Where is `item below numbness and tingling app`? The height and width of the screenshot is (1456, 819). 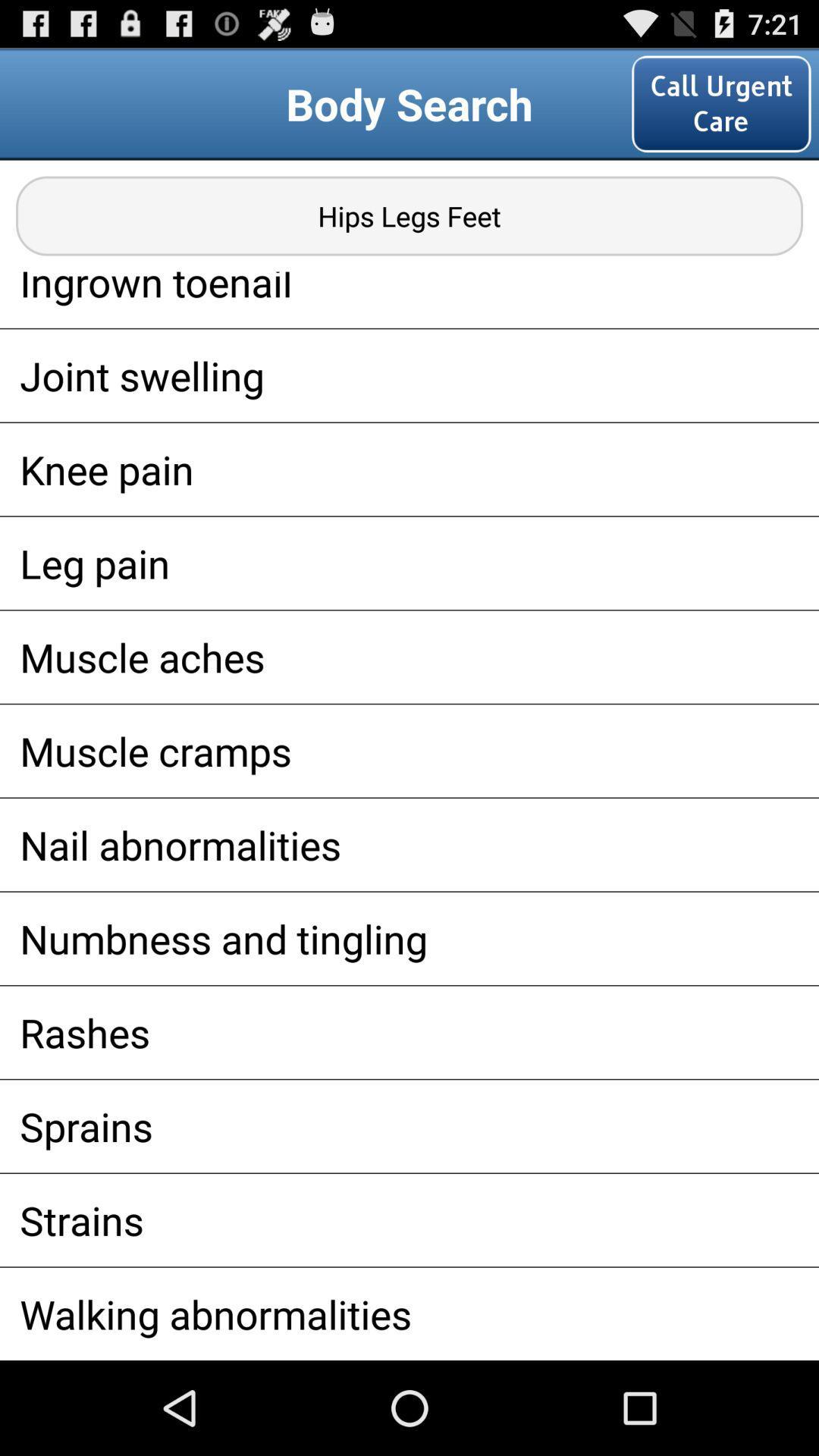 item below numbness and tingling app is located at coordinates (409, 1031).